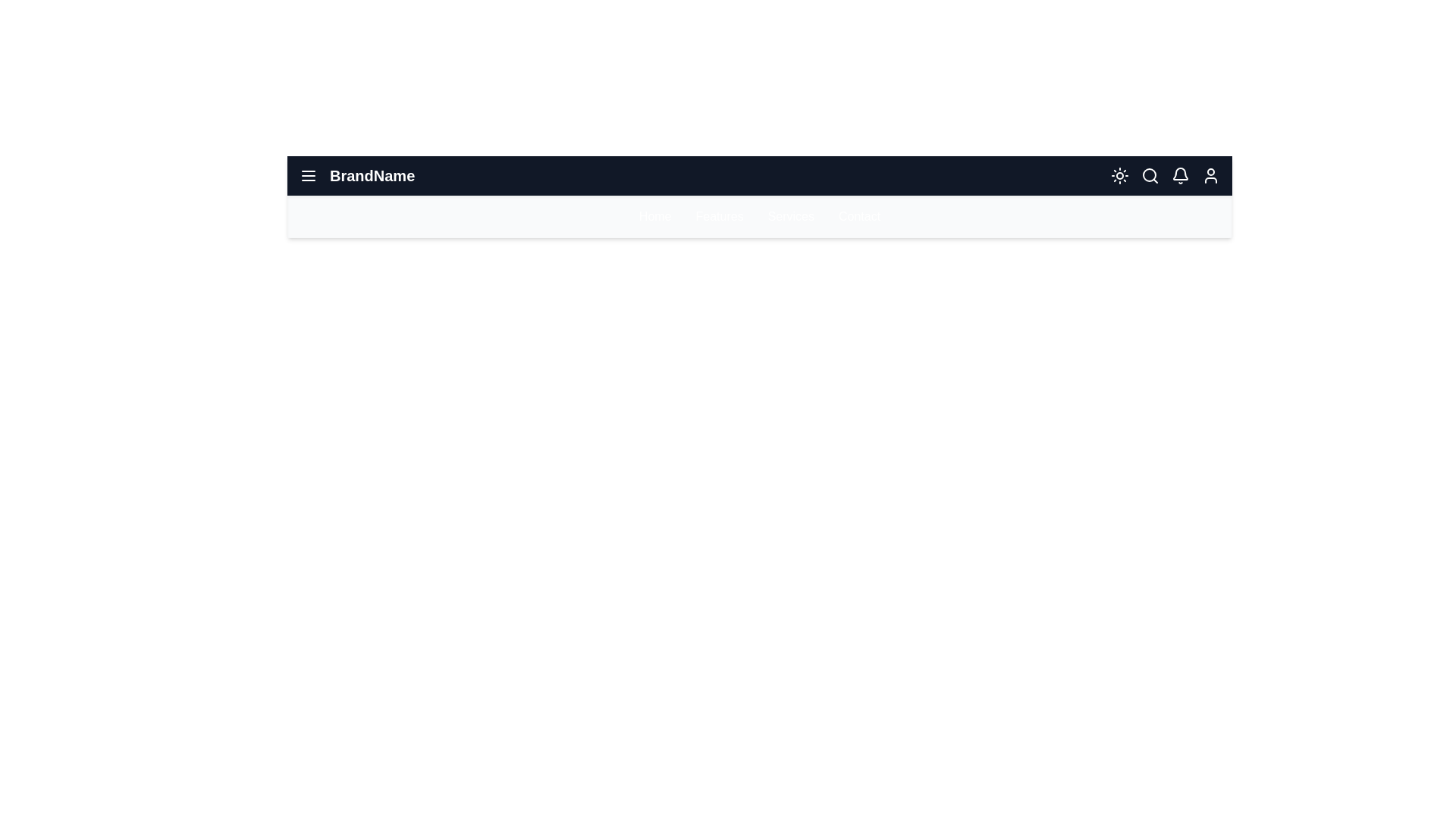 The width and height of the screenshot is (1456, 819). What do you see at coordinates (308, 174) in the screenshot?
I see `menu button to toggle the menu visibility` at bounding box center [308, 174].